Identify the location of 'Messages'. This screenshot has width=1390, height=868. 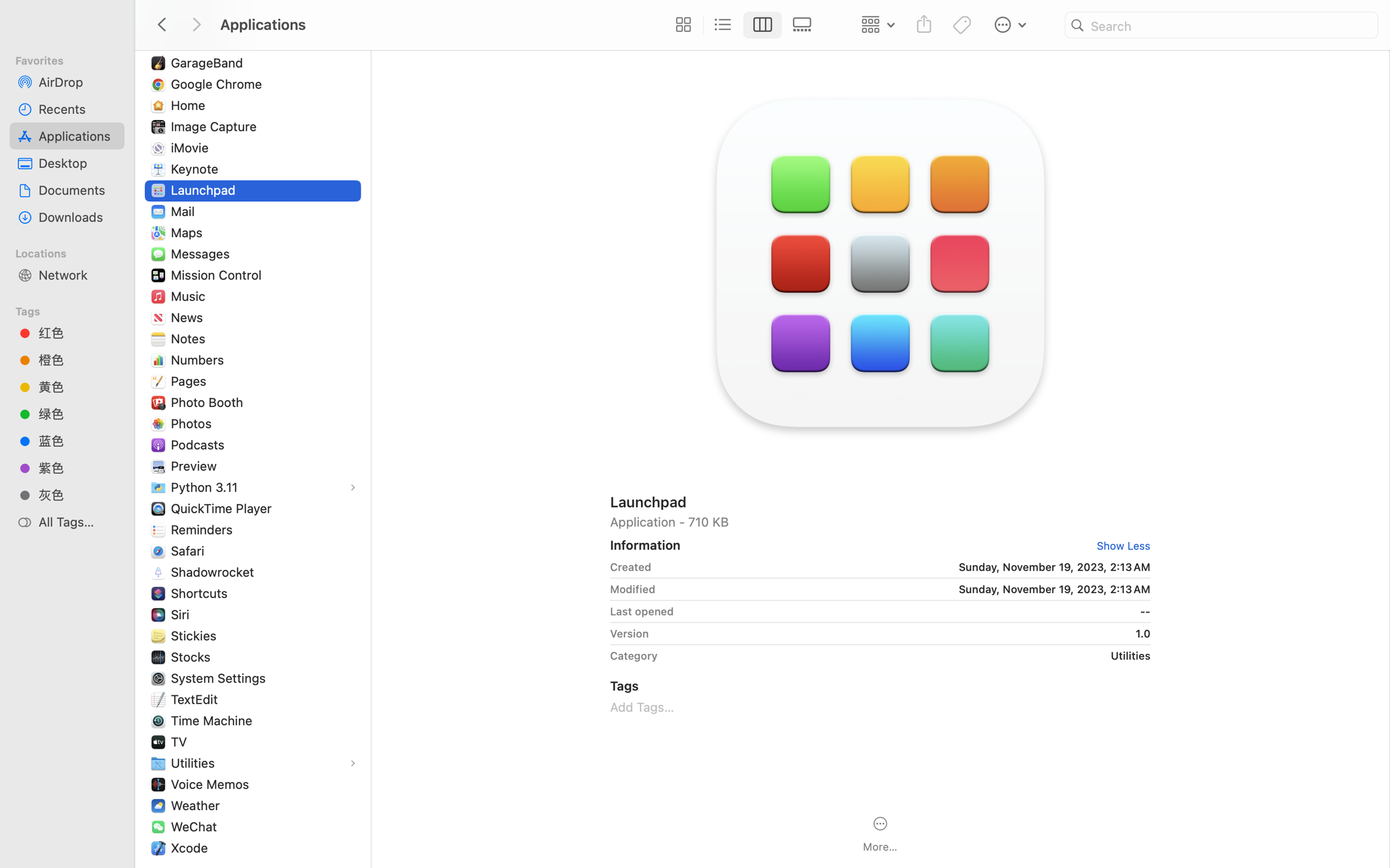
(202, 253).